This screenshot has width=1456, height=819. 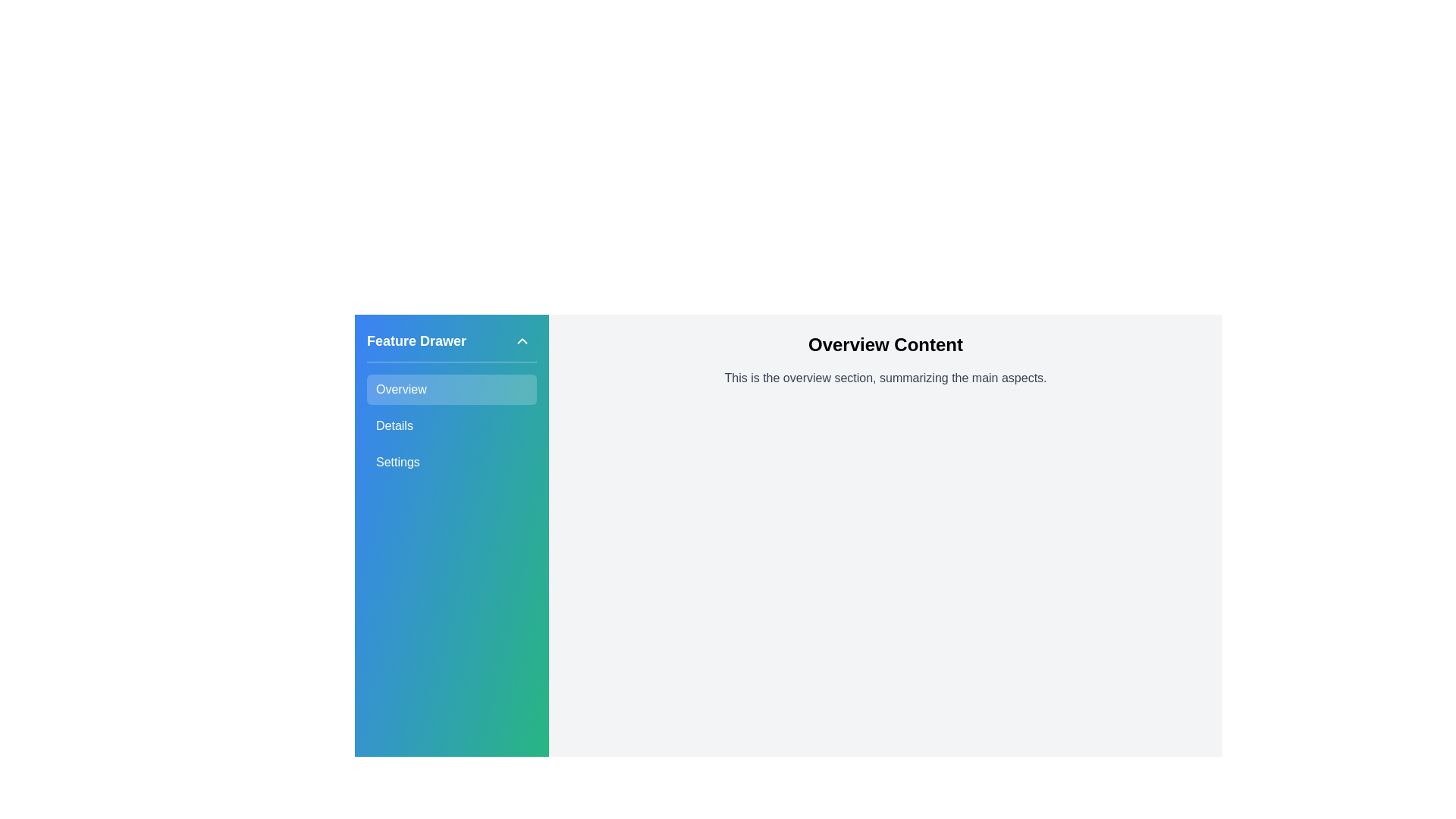 I want to click on the toggle button to expand or collapse the drawer, so click(x=522, y=341).